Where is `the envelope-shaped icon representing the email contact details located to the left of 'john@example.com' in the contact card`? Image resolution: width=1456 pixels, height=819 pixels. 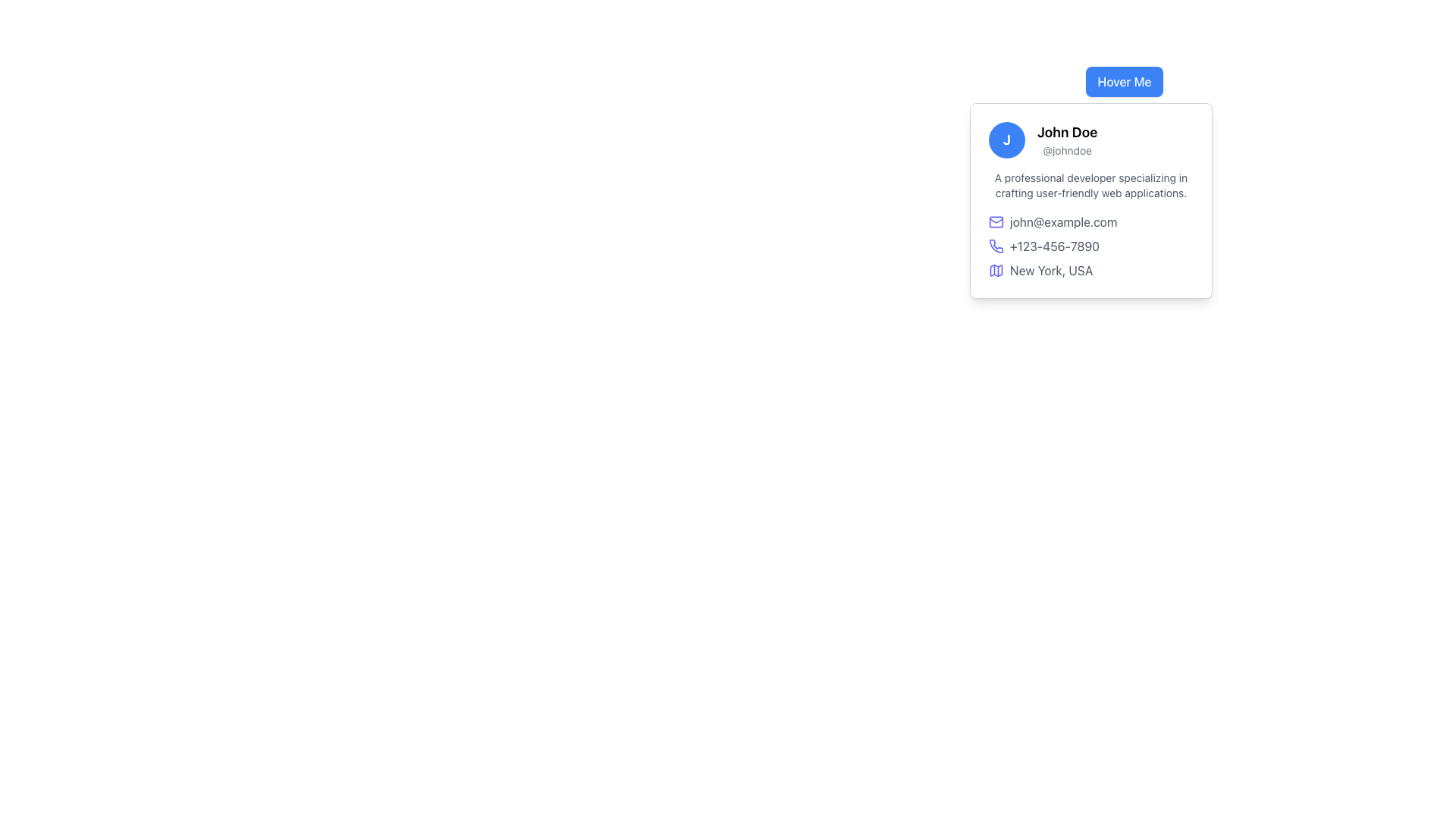
the envelope-shaped icon representing the email contact details located to the left of 'john@example.com' in the contact card is located at coordinates (996, 222).